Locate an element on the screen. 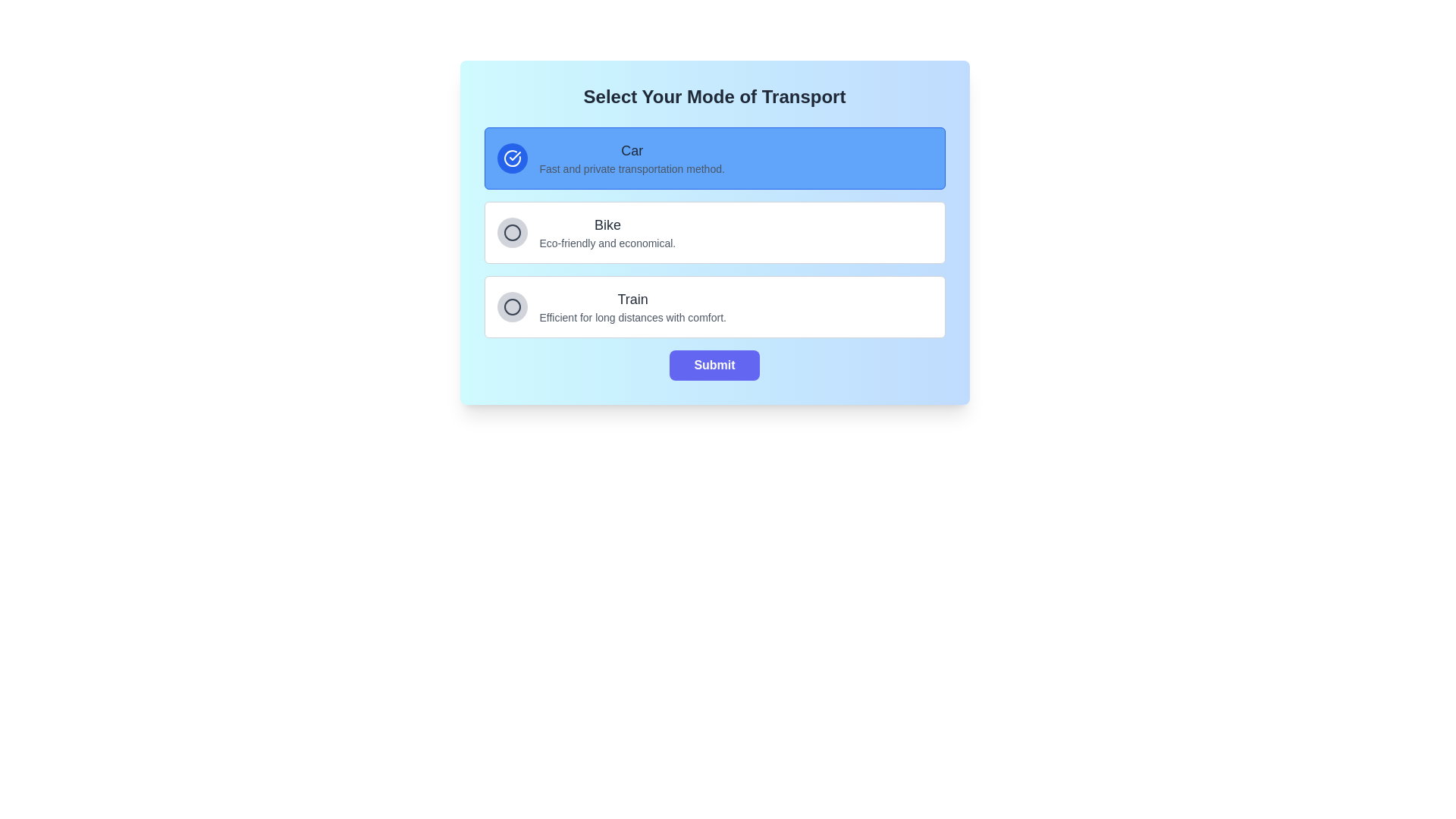  the submit button located below the options labeled 'Car,' 'Bike,' and 'Train' is located at coordinates (714, 366).